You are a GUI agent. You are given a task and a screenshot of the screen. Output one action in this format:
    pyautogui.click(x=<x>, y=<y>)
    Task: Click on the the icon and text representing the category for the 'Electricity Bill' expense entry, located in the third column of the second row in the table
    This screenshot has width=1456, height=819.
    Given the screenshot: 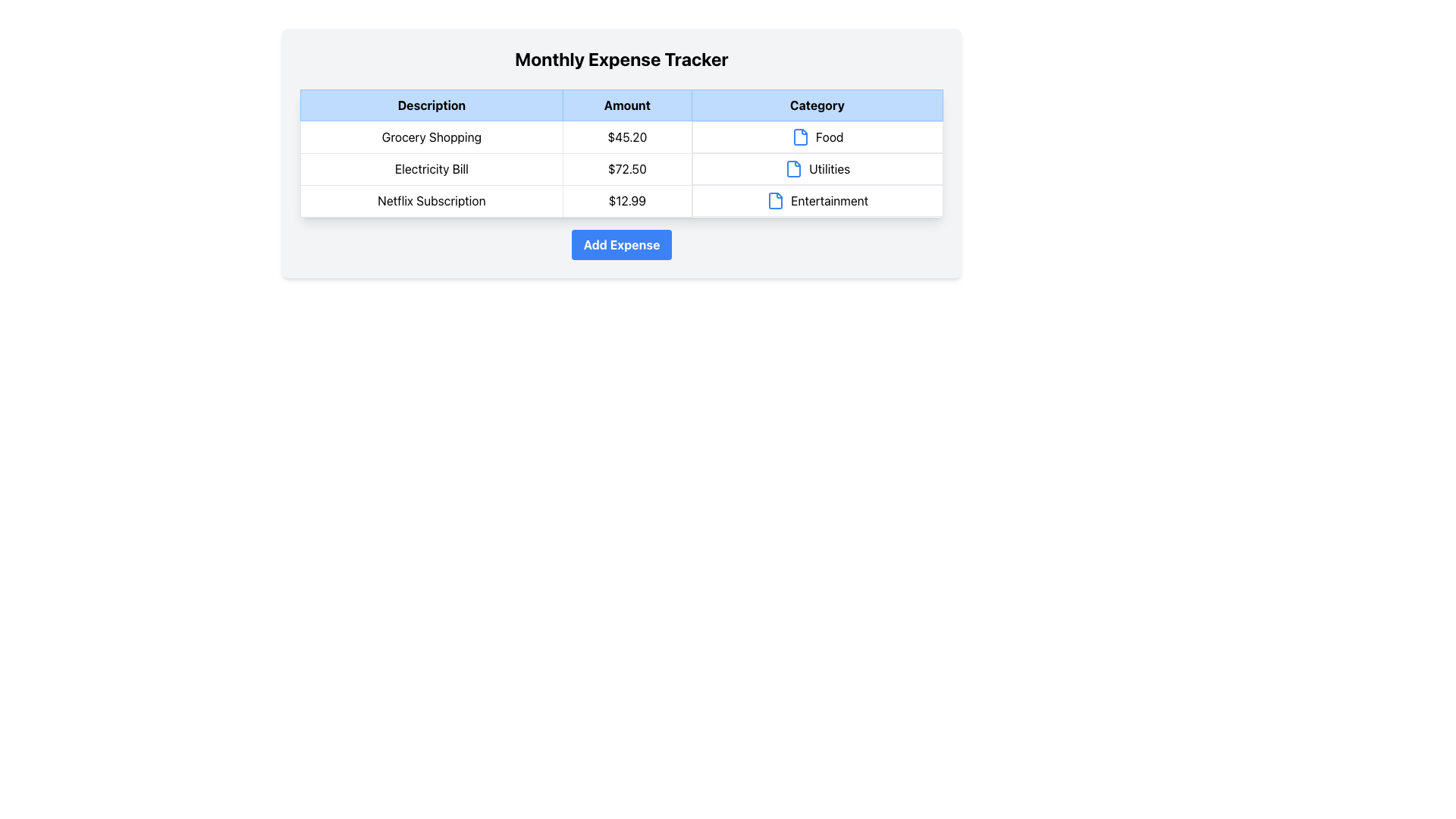 What is the action you would take?
    pyautogui.click(x=817, y=169)
    